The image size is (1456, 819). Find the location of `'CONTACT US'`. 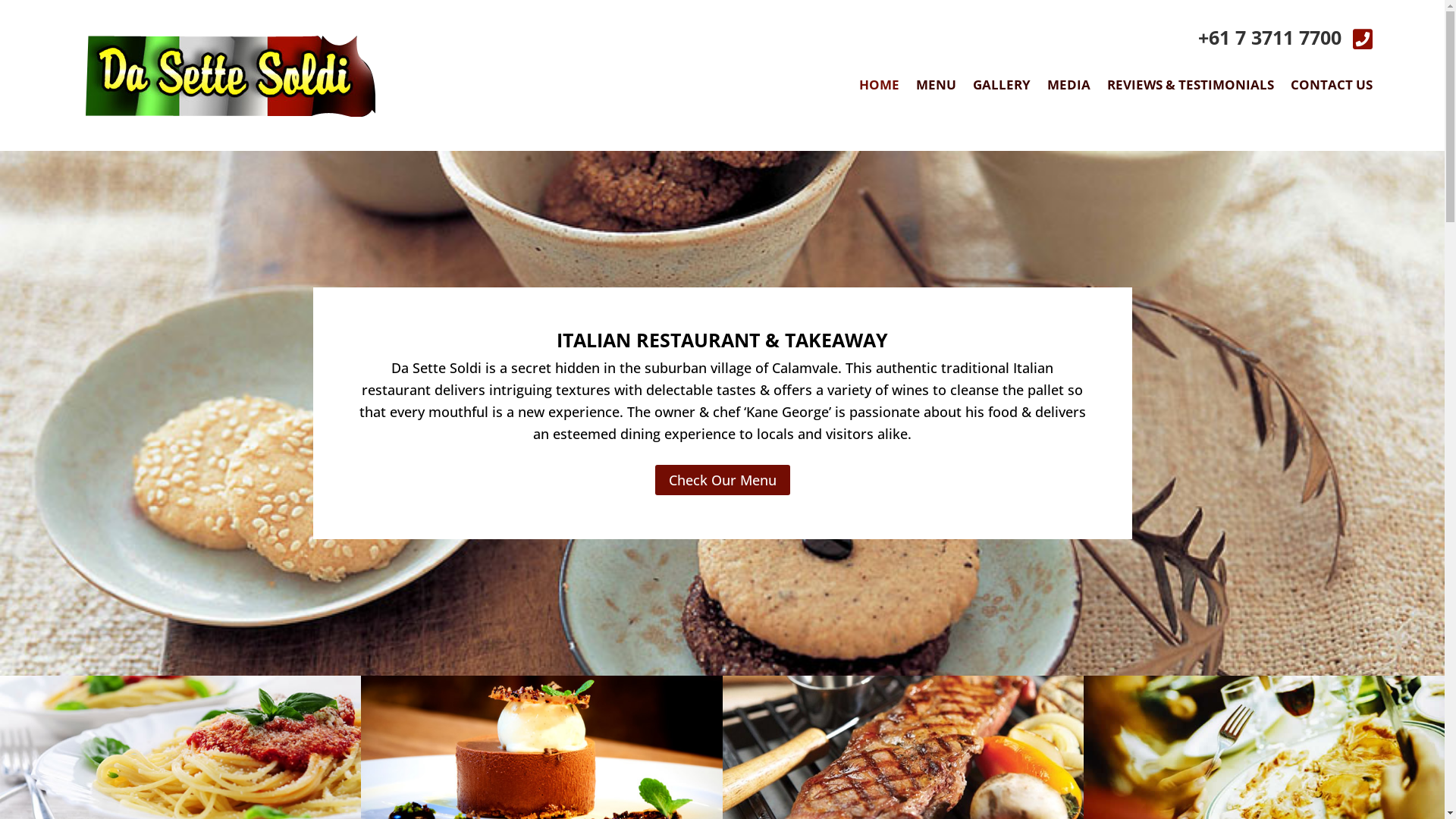

'CONTACT US' is located at coordinates (1331, 87).